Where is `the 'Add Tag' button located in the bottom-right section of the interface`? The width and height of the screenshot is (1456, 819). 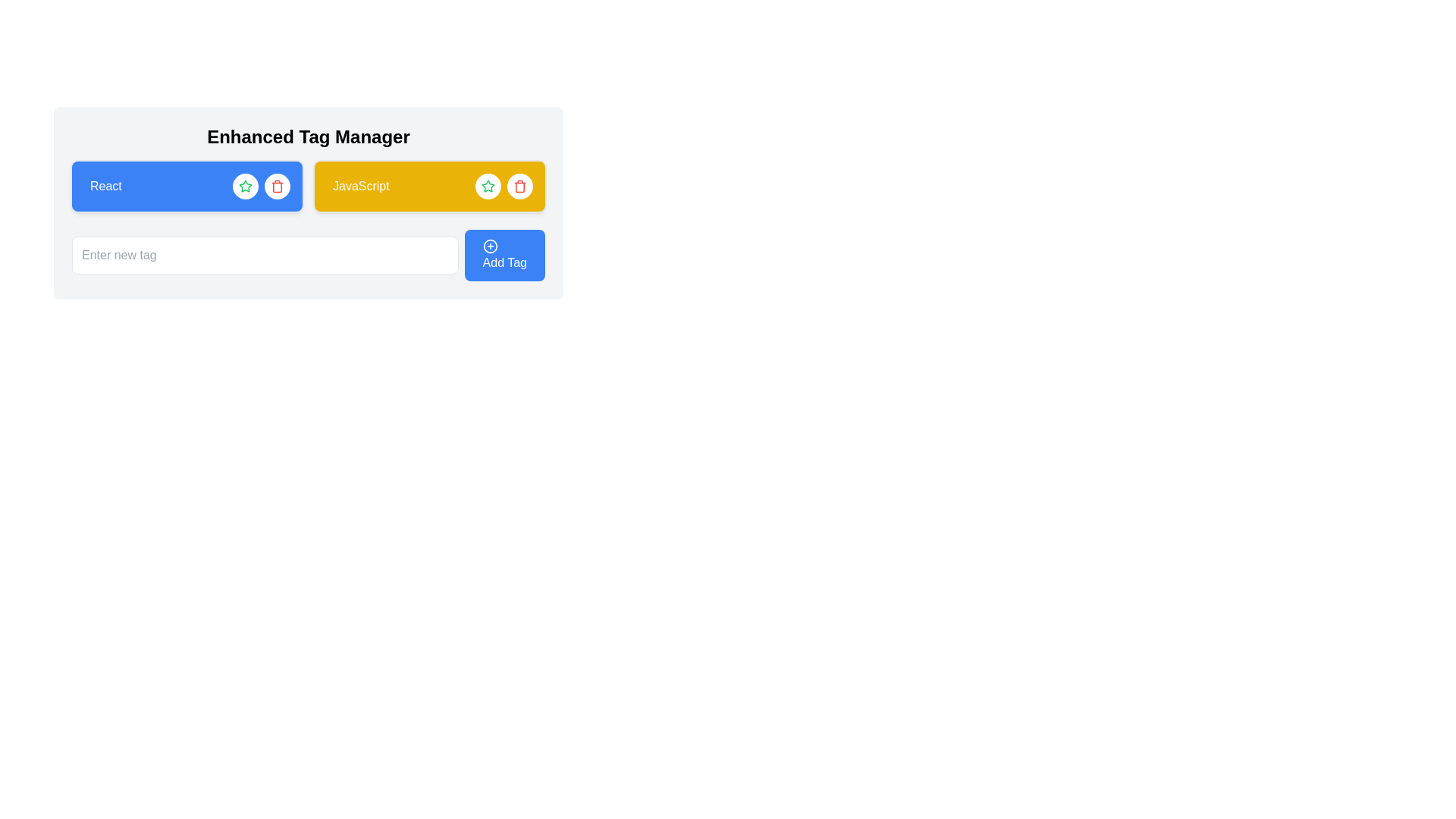 the 'Add Tag' button located in the bottom-right section of the interface is located at coordinates (490, 245).